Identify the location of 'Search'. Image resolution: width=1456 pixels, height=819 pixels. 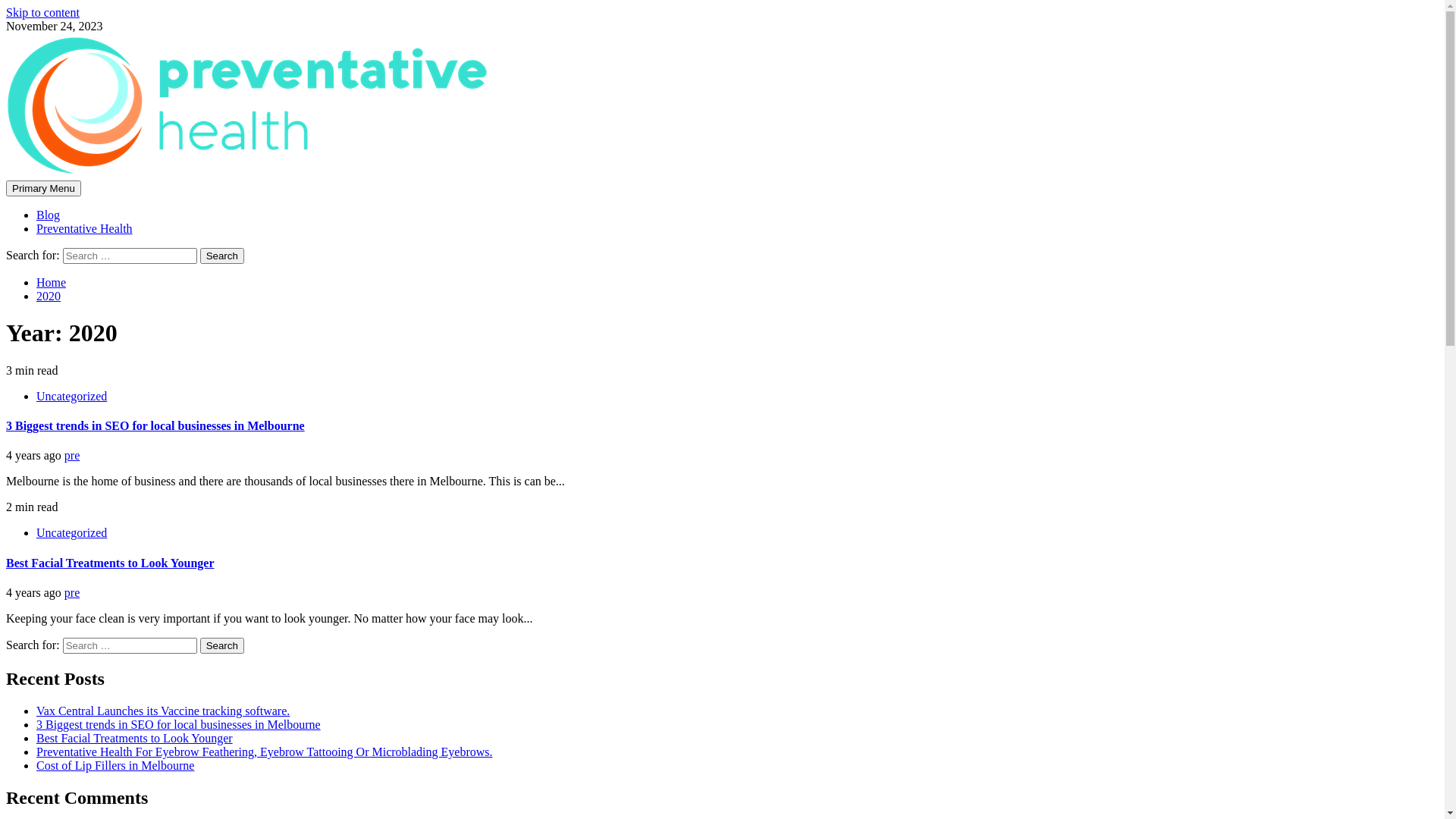
(221, 645).